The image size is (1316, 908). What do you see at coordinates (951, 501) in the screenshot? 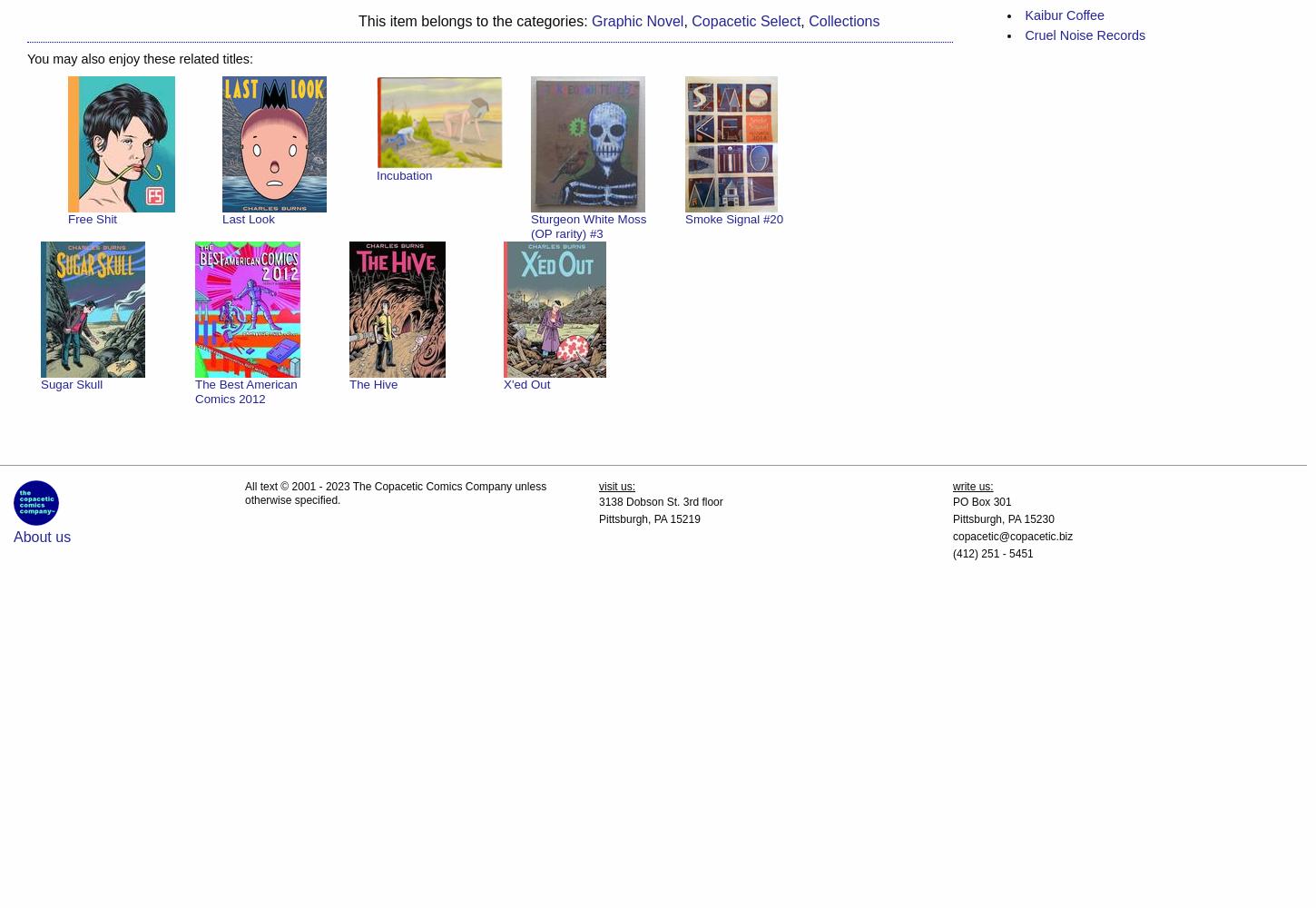
I see `'PO Box 301'` at bounding box center [951, 501].